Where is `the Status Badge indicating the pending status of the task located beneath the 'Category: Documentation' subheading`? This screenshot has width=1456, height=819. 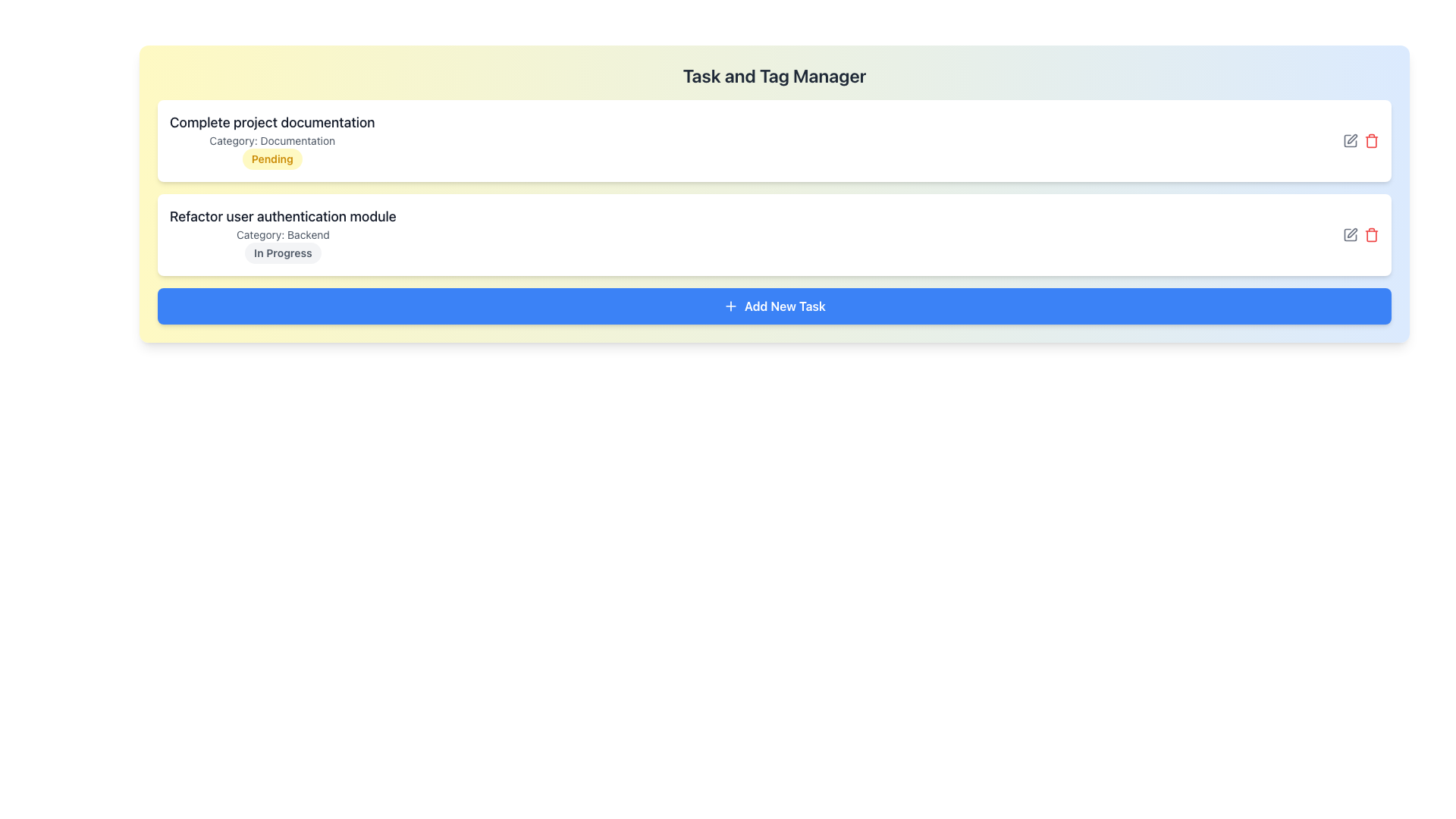 the Status Badge indicating the pending status of the task located beneath the 'Category: Documentation' subheading is located at coordinates (272, 158).